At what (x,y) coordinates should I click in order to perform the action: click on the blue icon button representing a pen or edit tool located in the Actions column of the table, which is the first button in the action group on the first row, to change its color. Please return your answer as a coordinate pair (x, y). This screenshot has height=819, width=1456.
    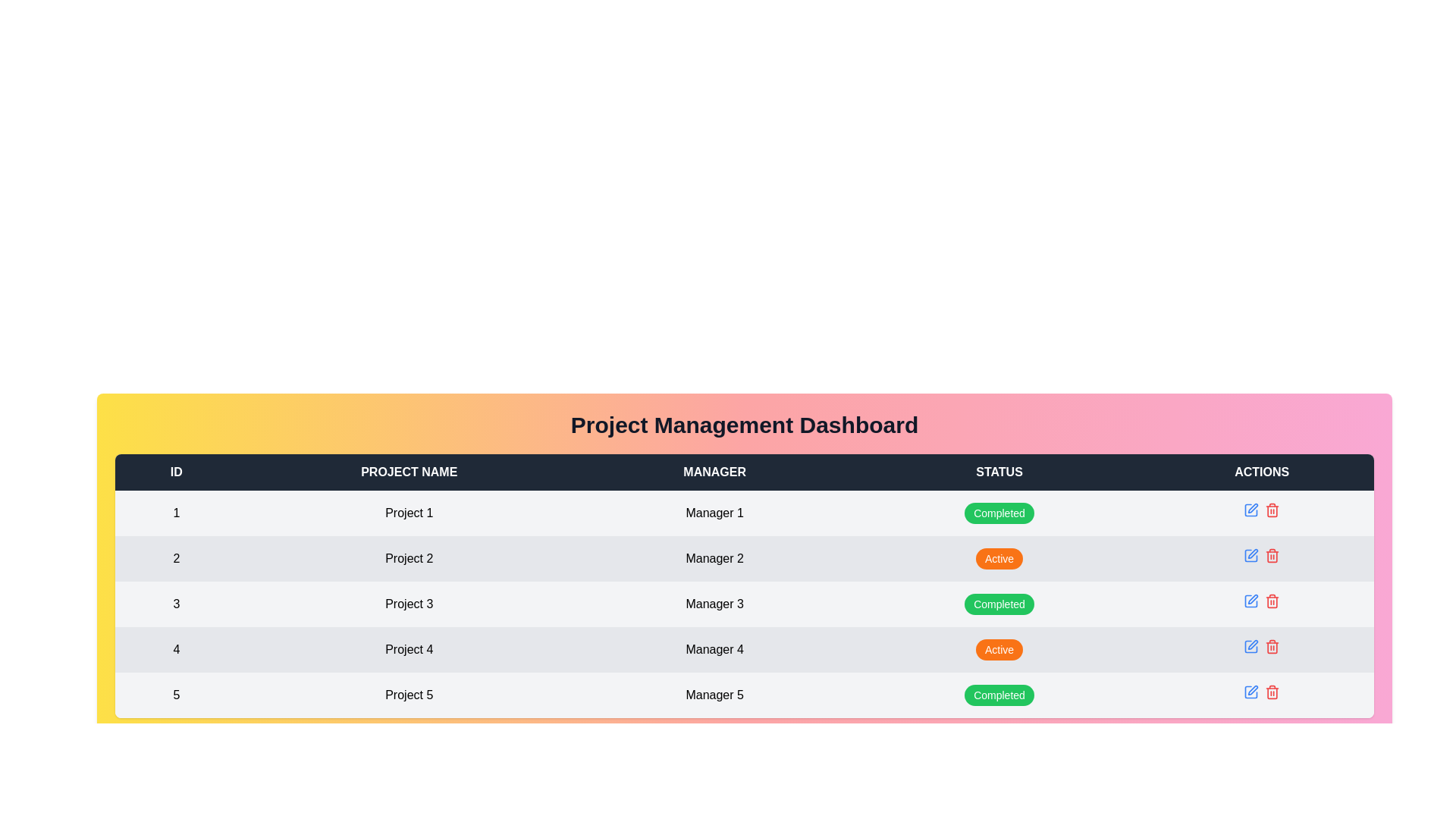
    Looking at the image, I should click on (1251, 510).